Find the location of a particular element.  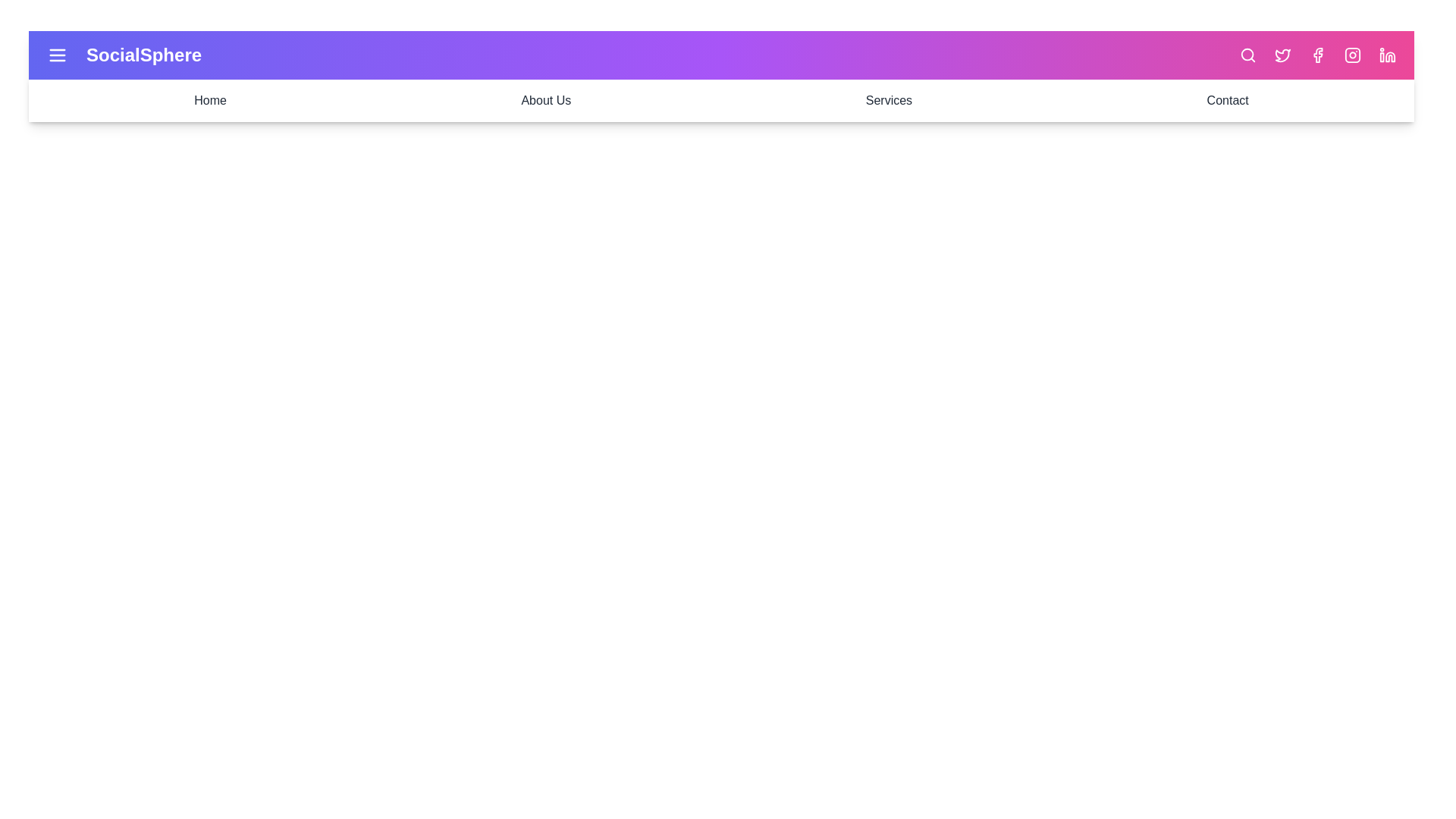

the menu option Contact from the navigation bar is located at coordinates (1228, 100).